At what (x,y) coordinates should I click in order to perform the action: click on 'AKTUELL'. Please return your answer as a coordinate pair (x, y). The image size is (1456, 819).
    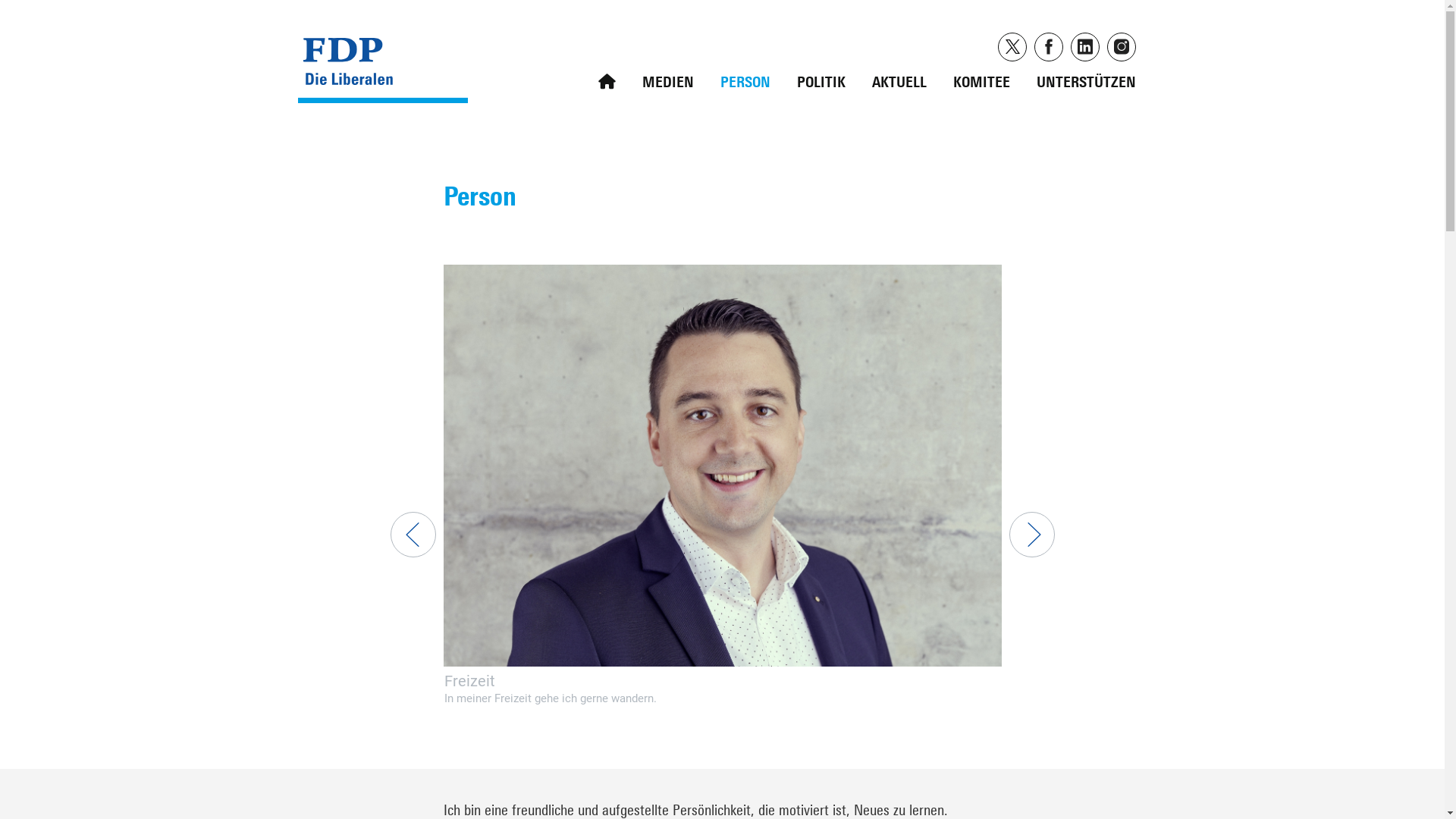
    Looking at the image, I should click on (899, 78).